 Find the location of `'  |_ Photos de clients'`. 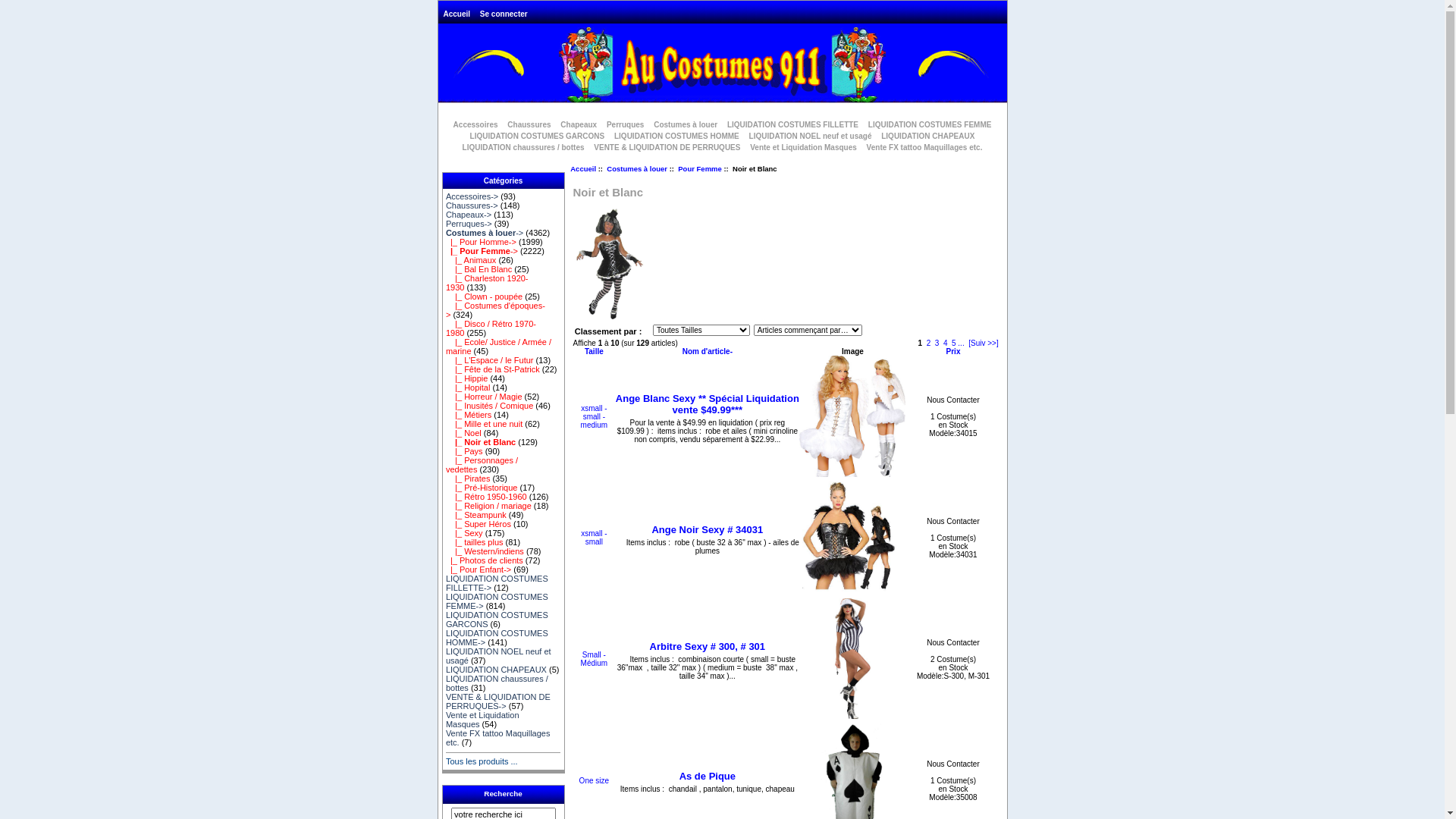

'  |_ Photos de clients' is located at coordinates (483, 560).